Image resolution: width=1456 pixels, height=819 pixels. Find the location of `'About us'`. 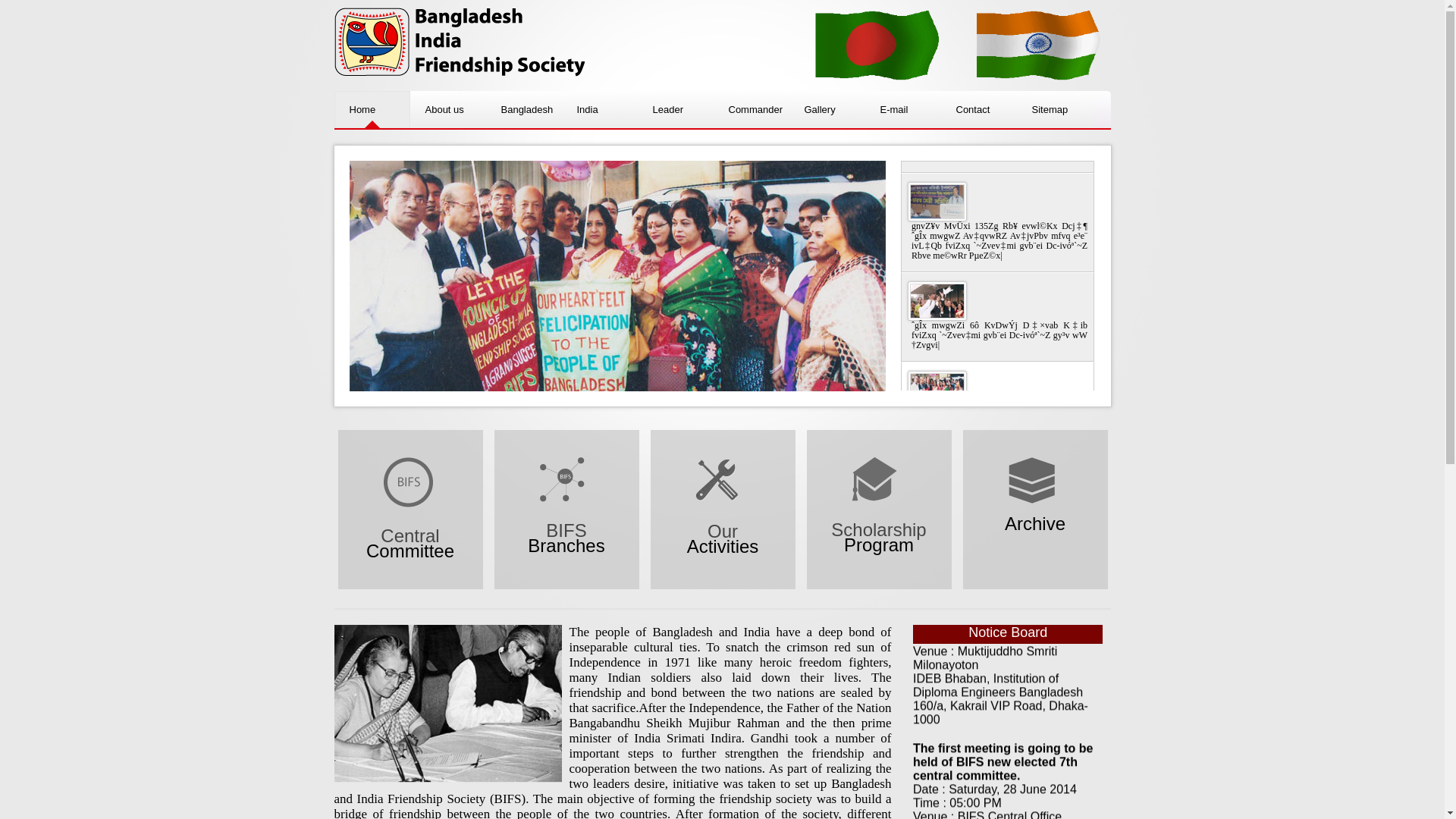

'About us' is located at coordinates (447, 108).